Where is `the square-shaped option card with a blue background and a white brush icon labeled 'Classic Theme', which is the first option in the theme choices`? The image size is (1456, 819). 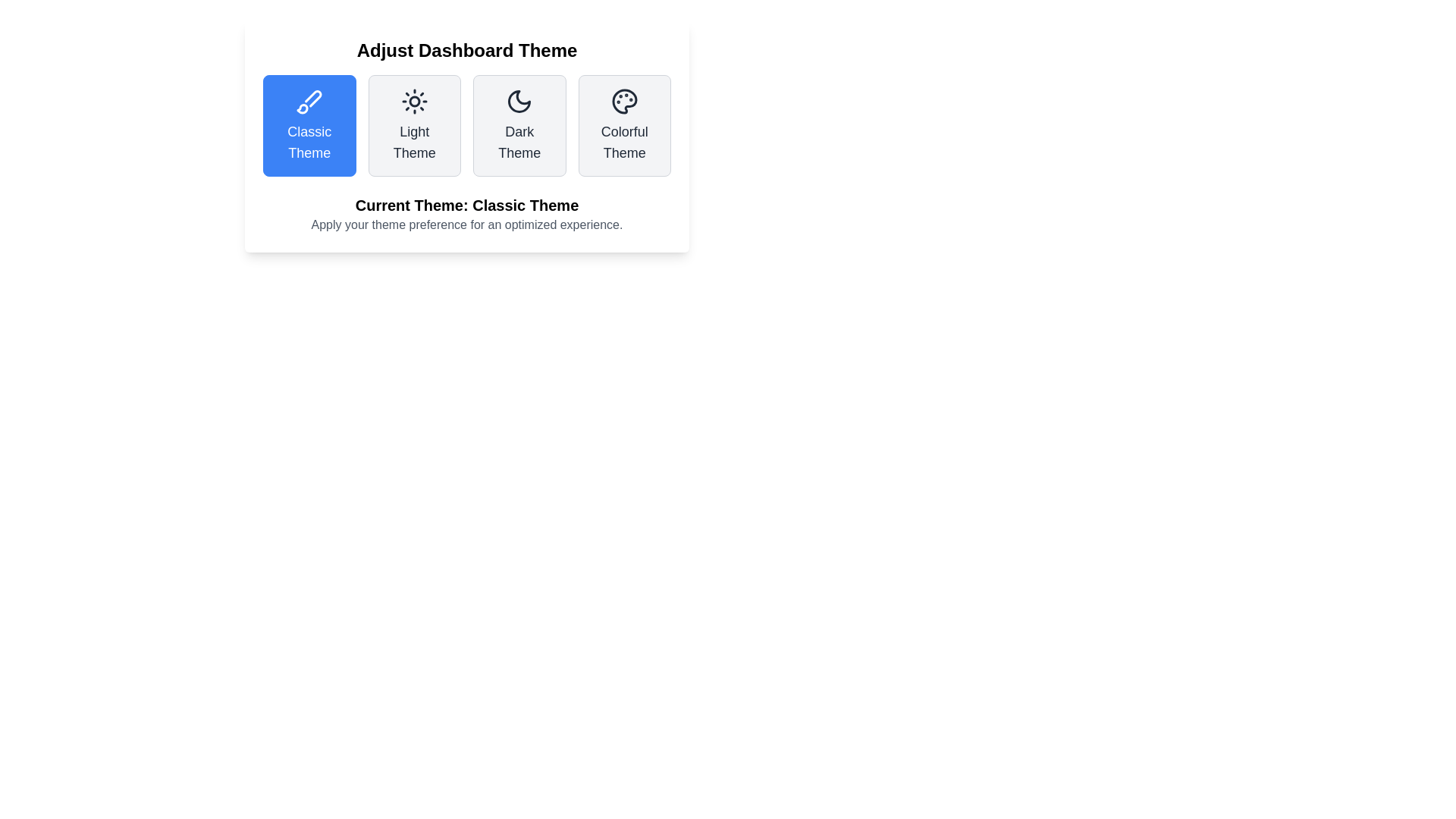 the square-shaped option card with a blue background and a white brush icon labeled 'Classic Theme', which is the first option in the theme choices is located at coordinates (309, 124).